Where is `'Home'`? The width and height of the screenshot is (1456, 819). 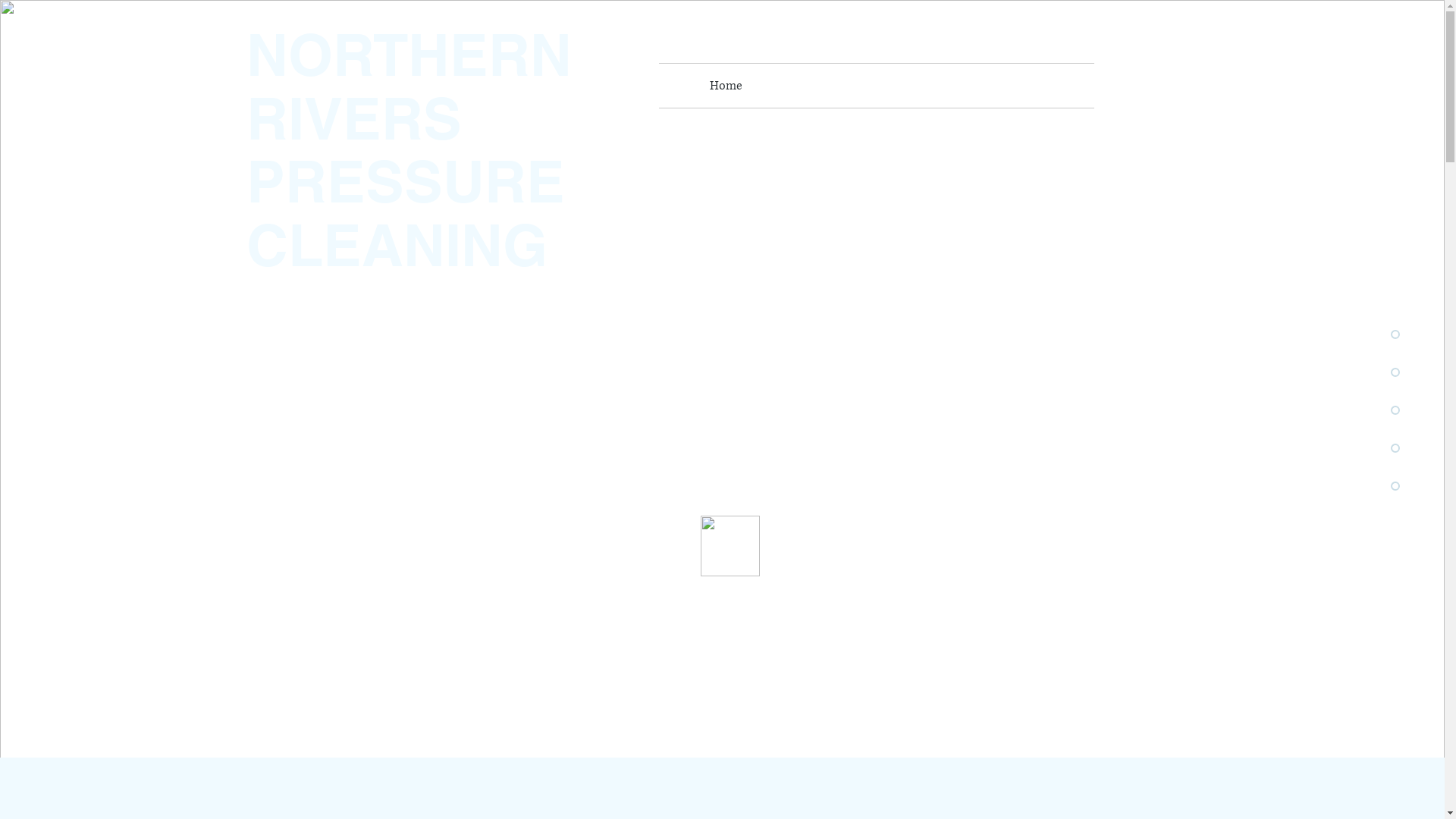 'Home' is located at coordinates (725, 85).